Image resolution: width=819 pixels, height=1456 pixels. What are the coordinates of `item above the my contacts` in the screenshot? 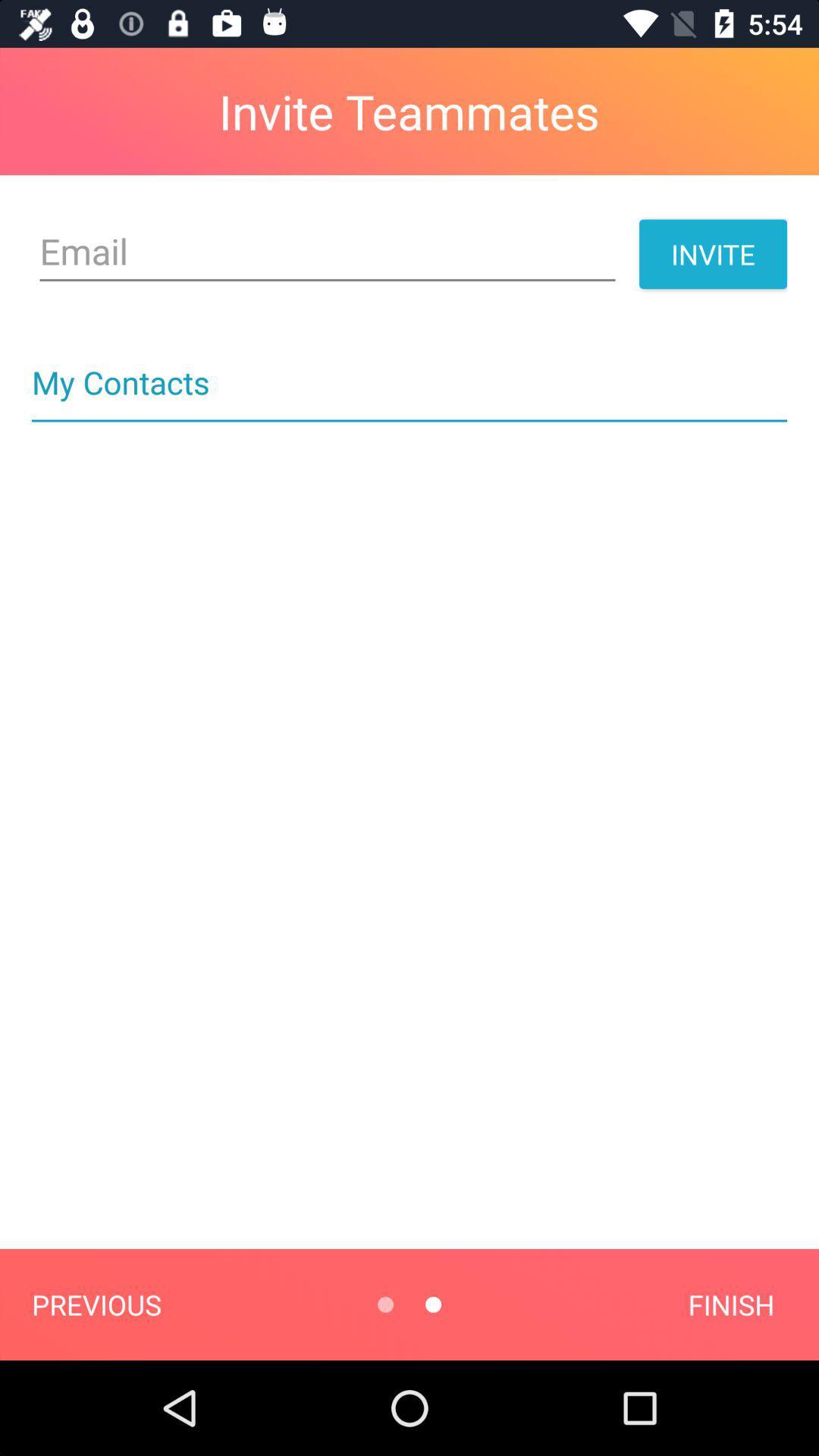 It's located at (327, 252).